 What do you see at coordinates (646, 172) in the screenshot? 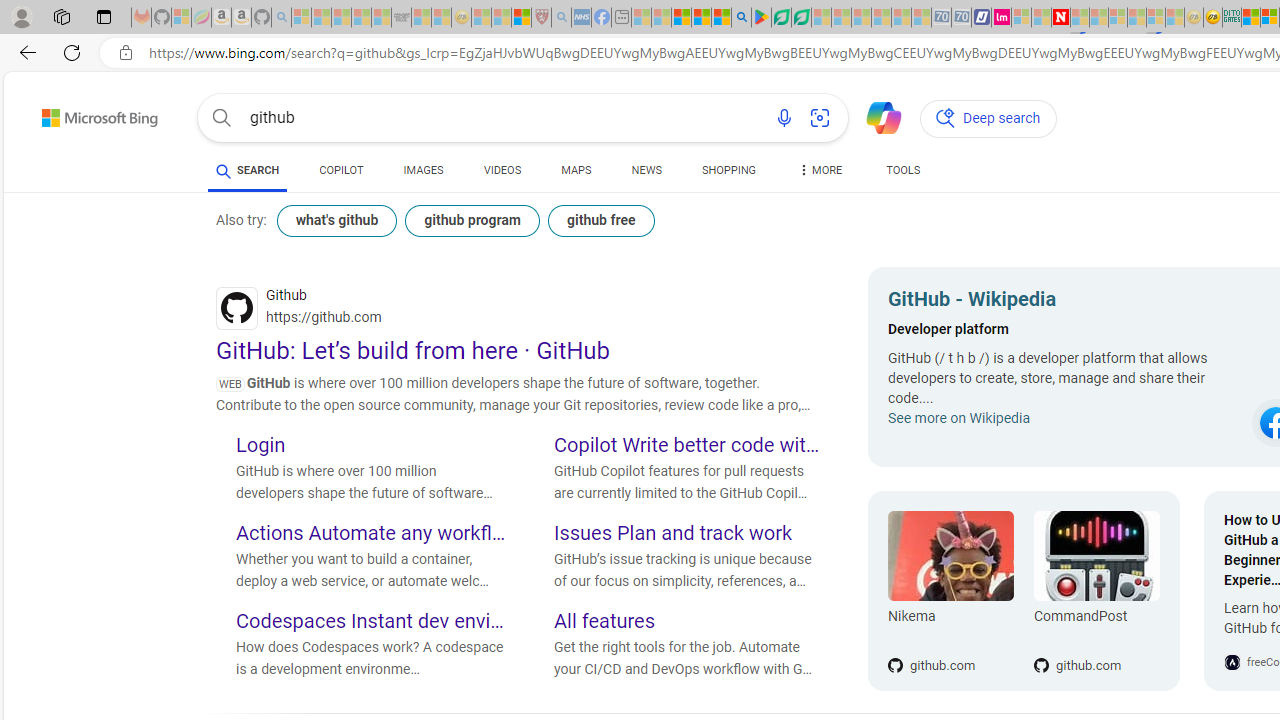
I see `'NEWS'` at bounding box center [646, 172].